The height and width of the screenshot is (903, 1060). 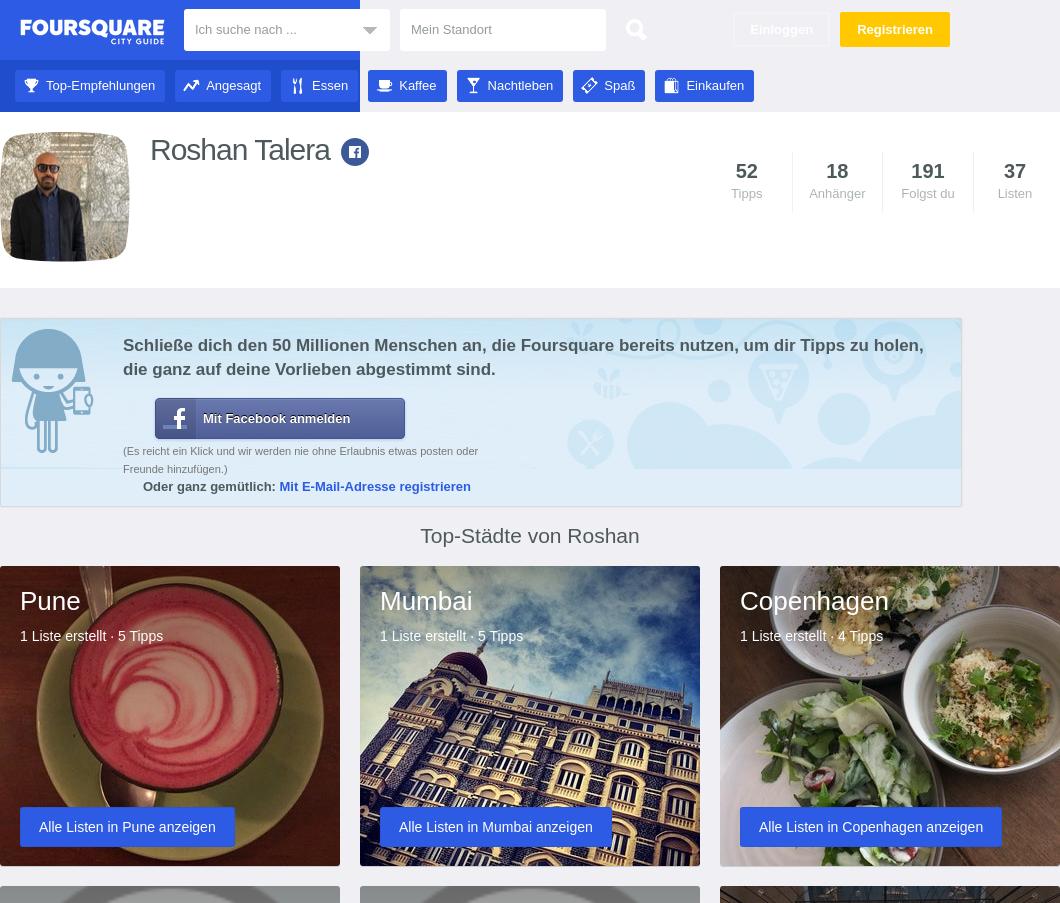 What do you see at coordinates (808, 192) in the screenshot?
I see `'Anhänger'` at bounding box center [808, 192].